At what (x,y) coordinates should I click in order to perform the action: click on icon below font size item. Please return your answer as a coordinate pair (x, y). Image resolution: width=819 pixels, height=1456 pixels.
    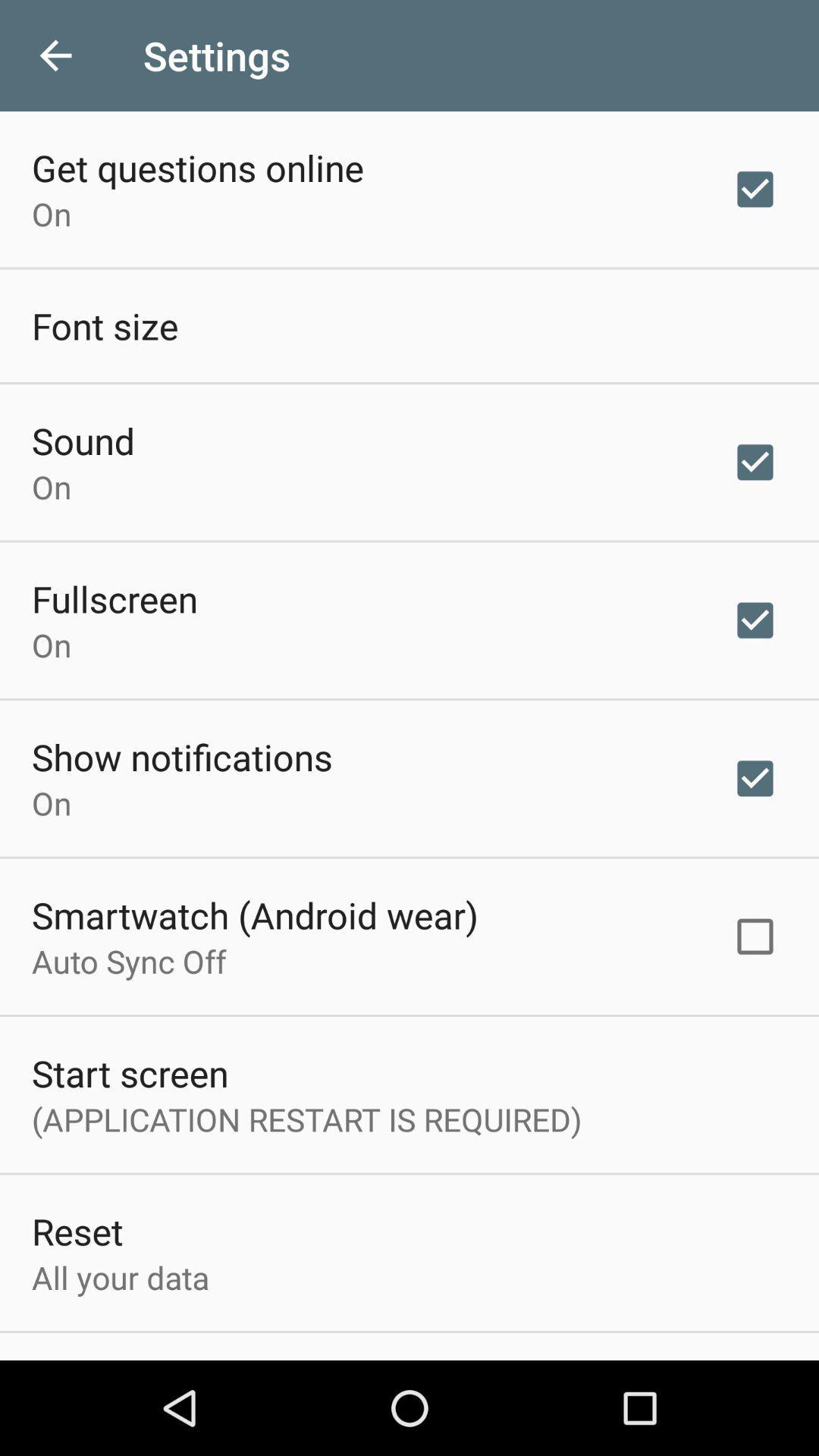
    Looking at the image, I should click on (83, 440).